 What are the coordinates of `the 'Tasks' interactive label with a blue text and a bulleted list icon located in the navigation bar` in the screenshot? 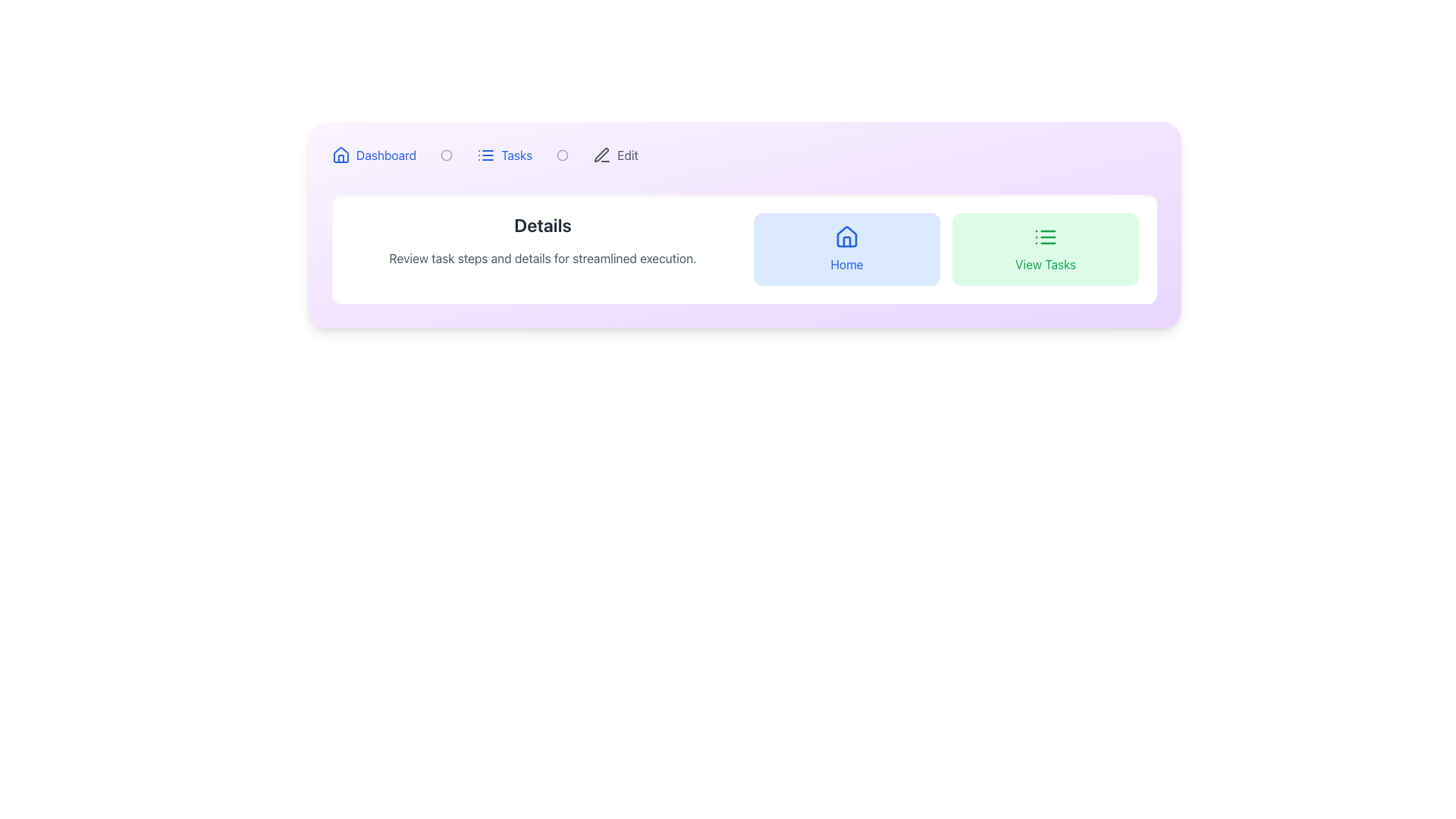 It's located at (504, 155).